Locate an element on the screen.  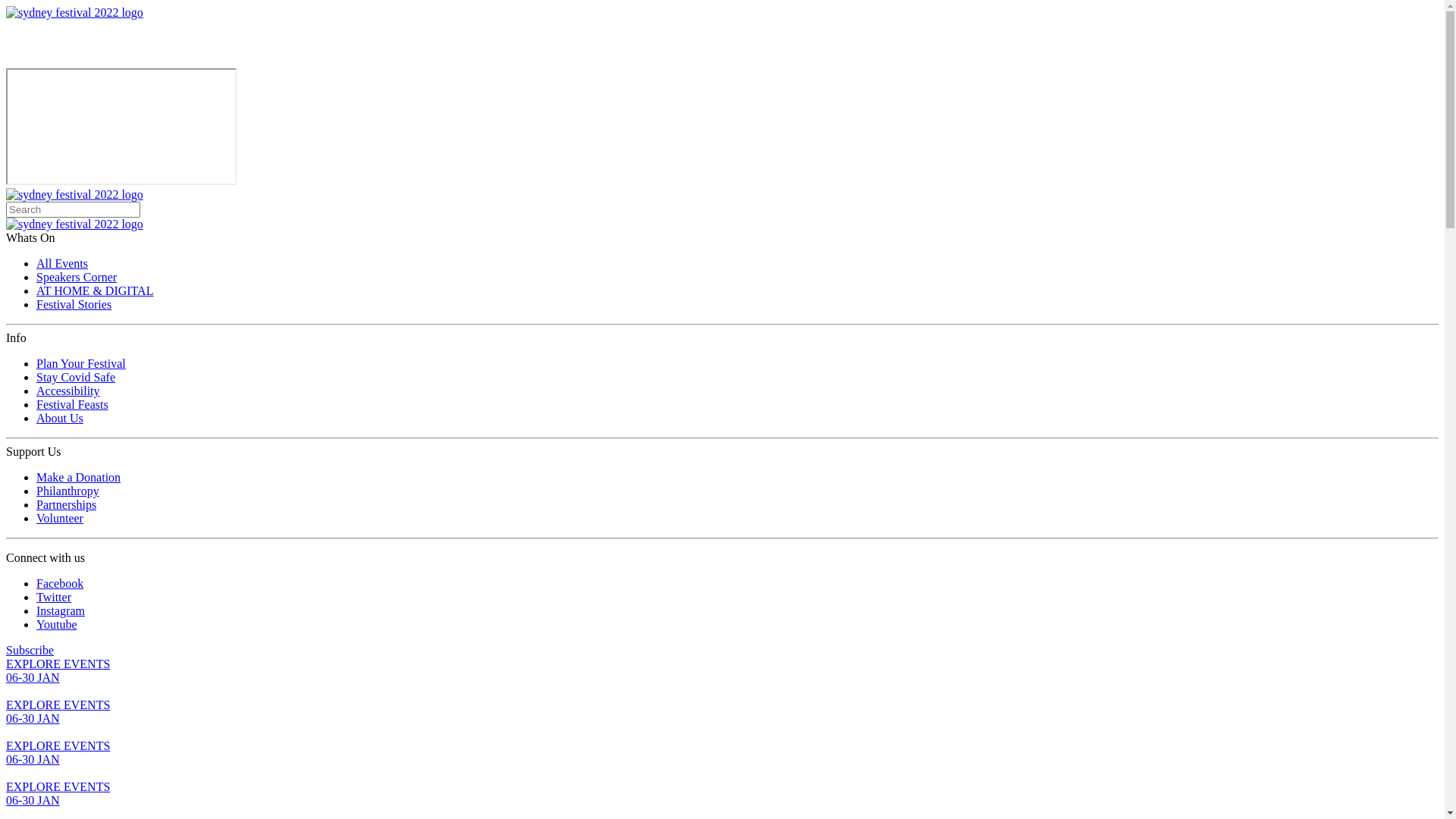
'AT HOME & DIGITAL' is located at coordinates (36, 290).